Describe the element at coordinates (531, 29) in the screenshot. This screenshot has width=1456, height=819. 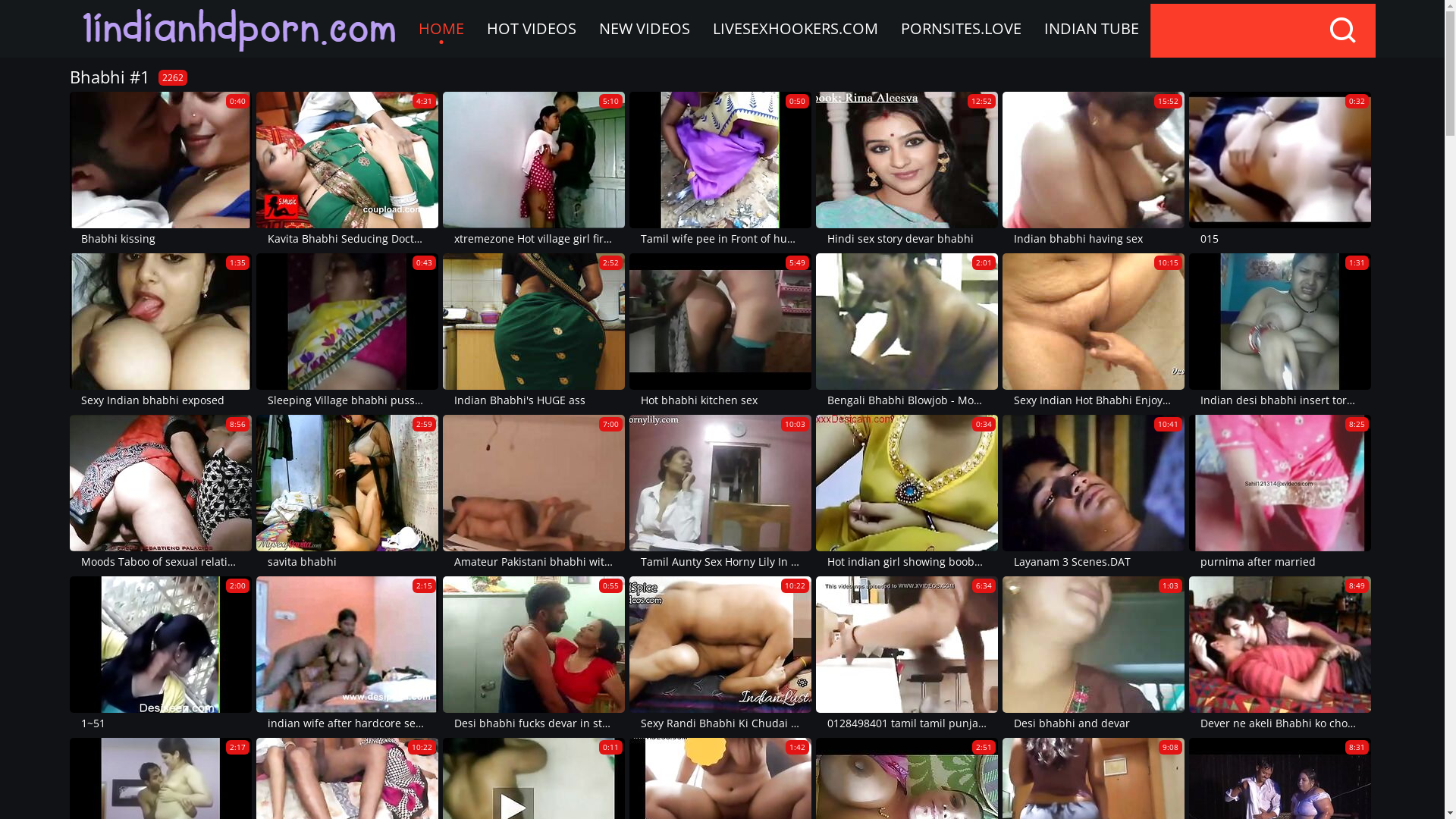
I see `'HOT VIDEOS'` at that location.